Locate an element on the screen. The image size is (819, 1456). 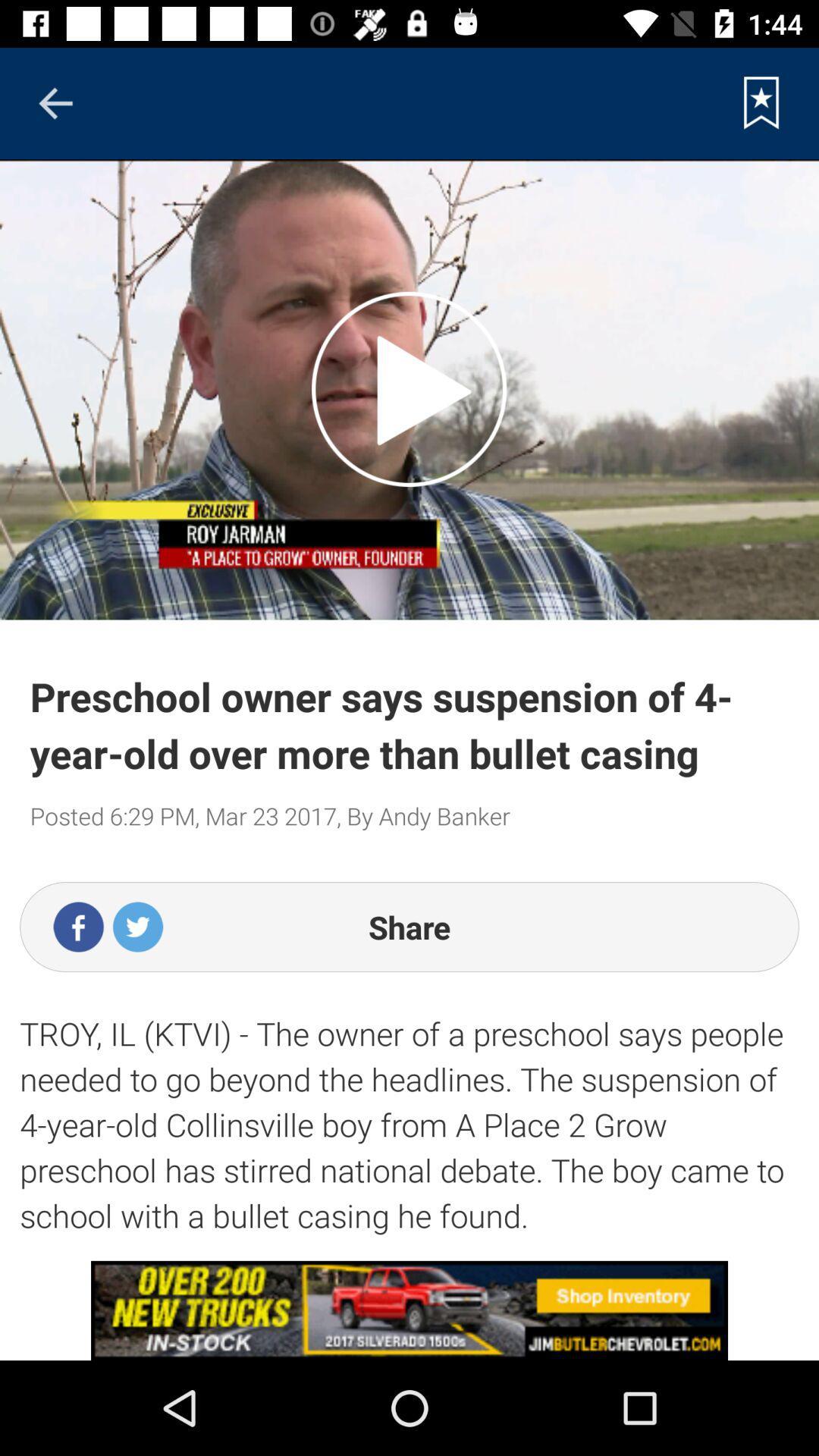
play is located at coordinates (408, 389).